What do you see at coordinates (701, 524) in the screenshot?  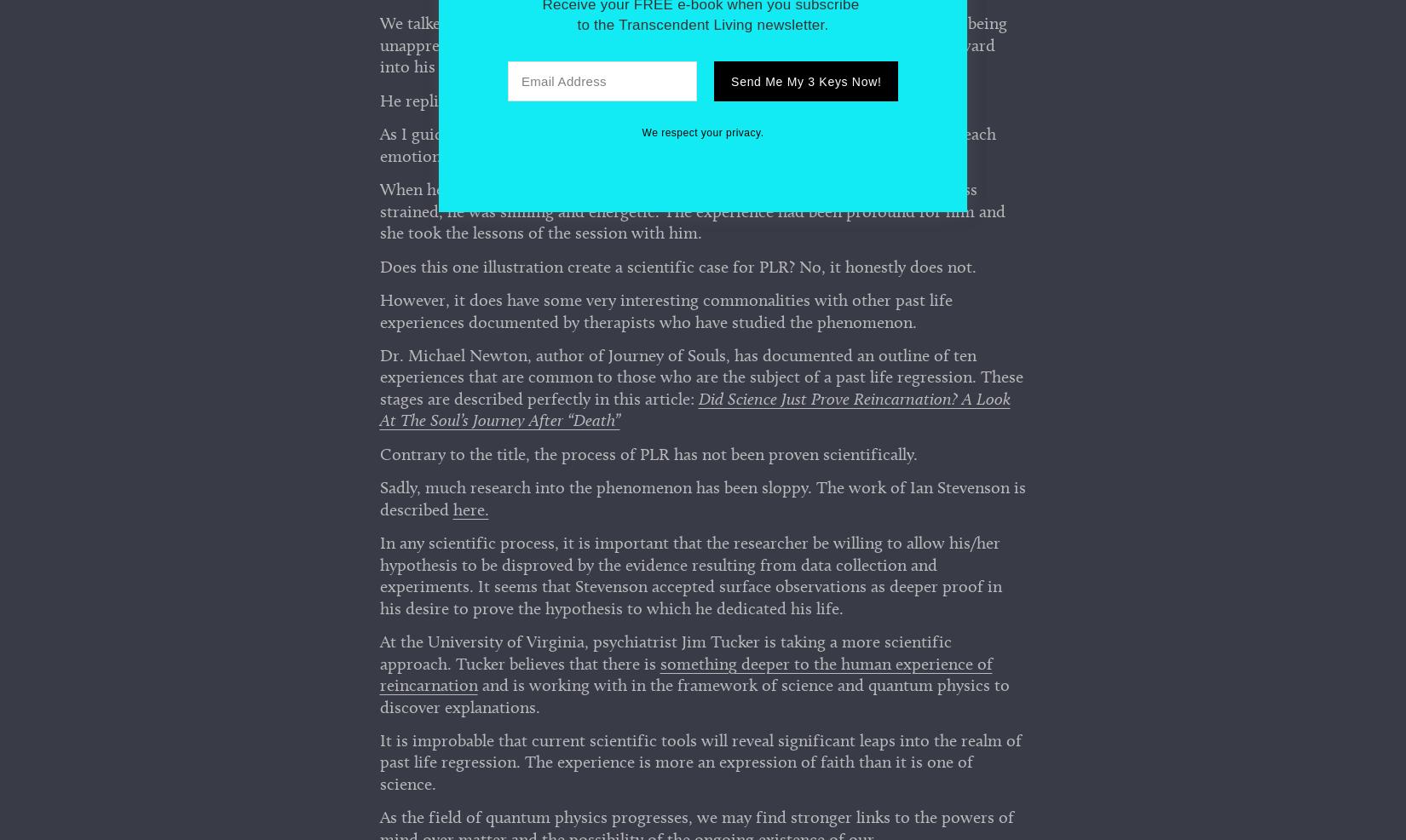 I see `'Store'` at bounding box center [701, 524].